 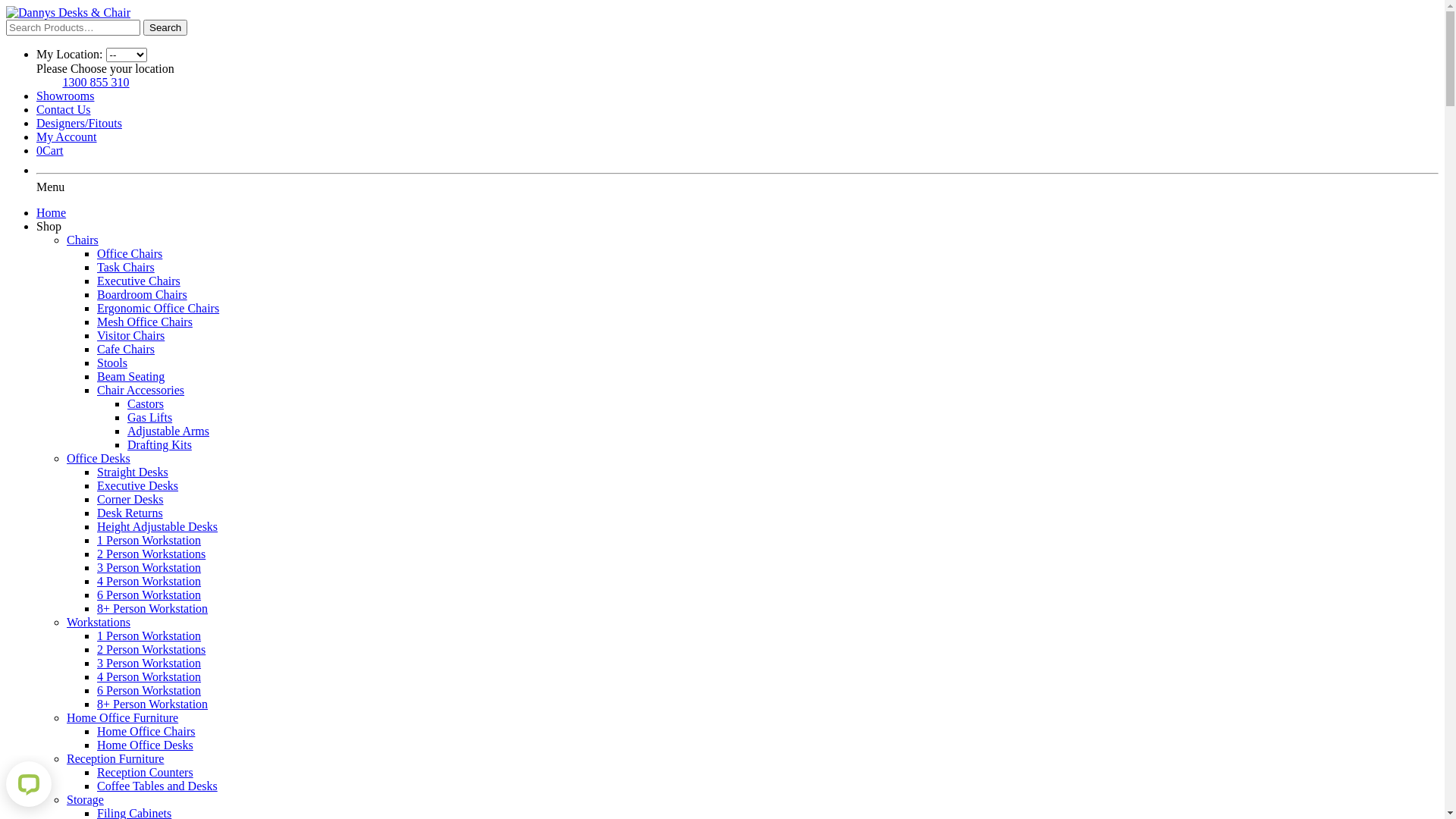 What do you see at coordinates (127, 417) in the screenshot?
I see `'Gas Lifts'` at bounding box center [127, 417].